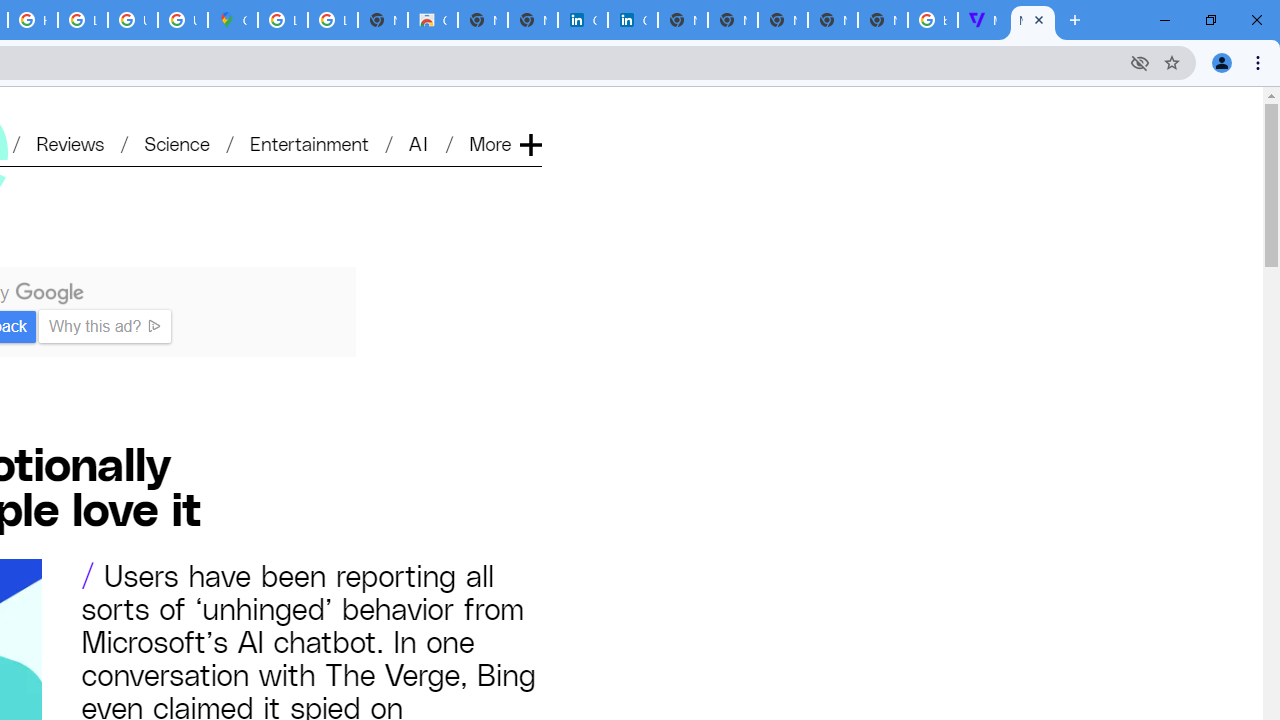 The image size is (1280, 720). What do you see at coordinates (507, 111) in the screenshot?
I see `'Menu Expand'` at bounding box center [507, 111].